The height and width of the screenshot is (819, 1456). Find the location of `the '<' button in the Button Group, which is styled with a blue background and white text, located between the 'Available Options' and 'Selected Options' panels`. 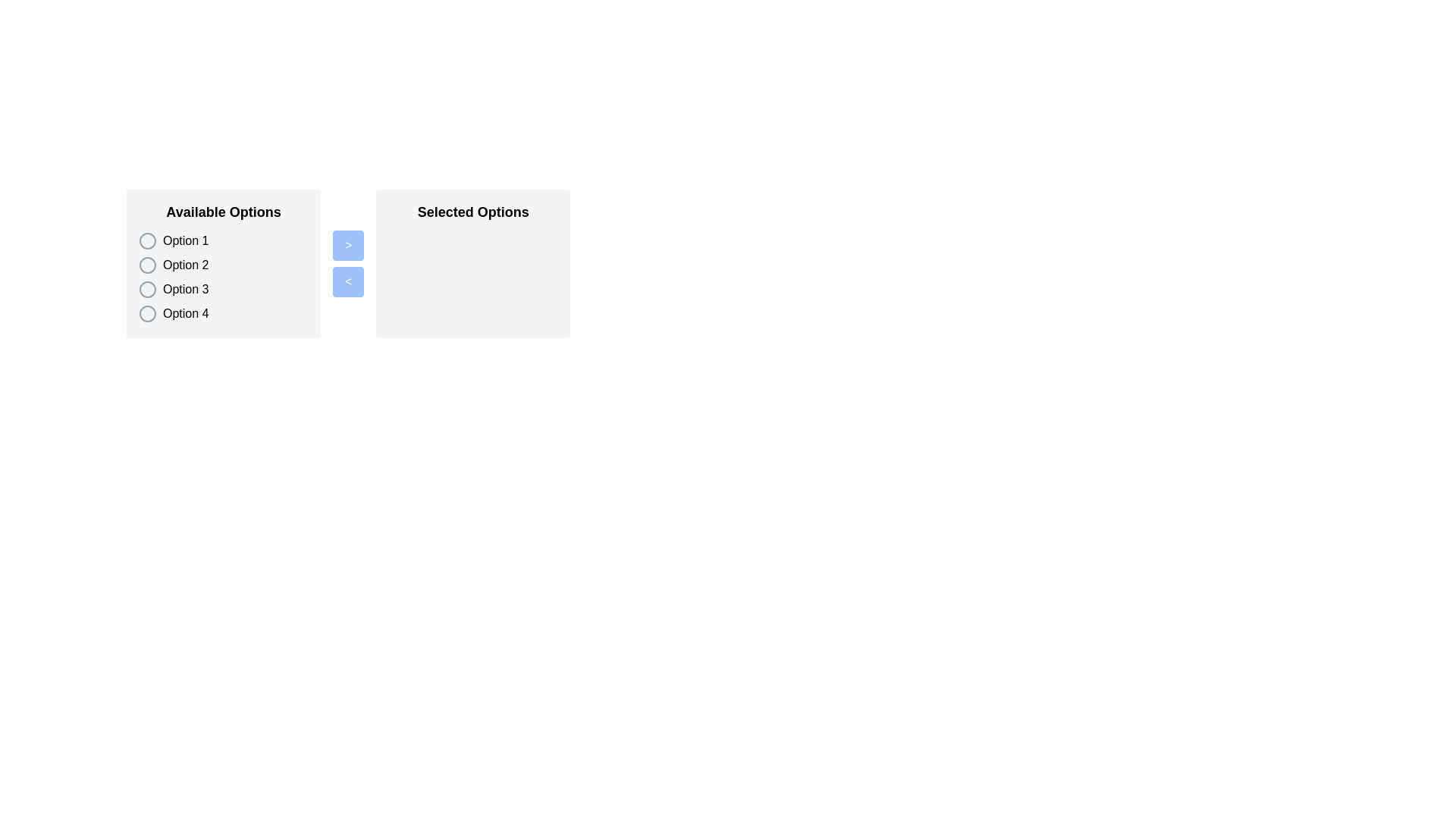

the '<' button in the Button Group, which is styled with a blue background and white text, located between the 'Available Options' and 'Selected Options' panels is located at coordinates (347, 262).